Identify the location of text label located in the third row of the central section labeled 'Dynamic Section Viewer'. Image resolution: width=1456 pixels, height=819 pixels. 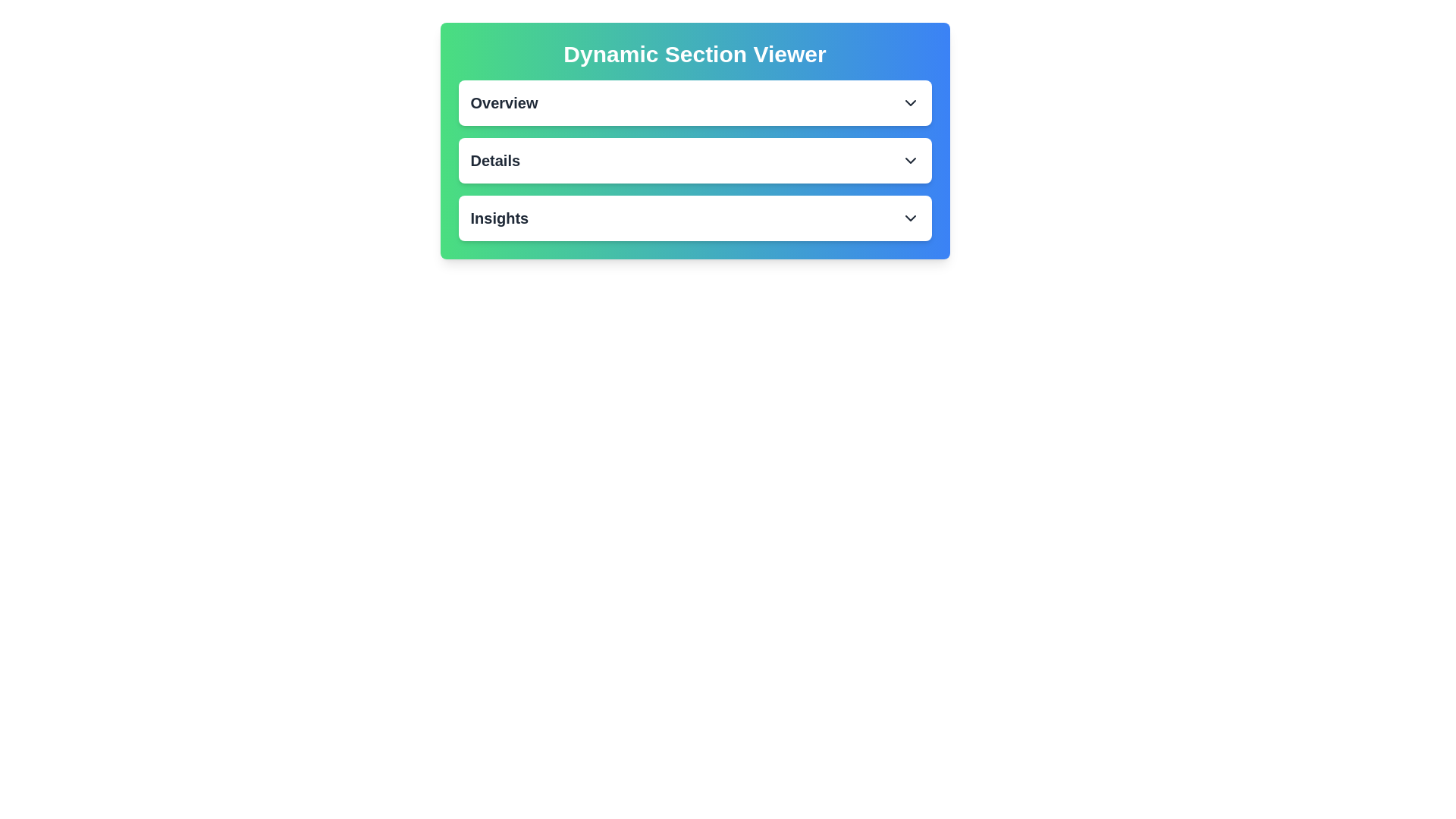
(499, 218).